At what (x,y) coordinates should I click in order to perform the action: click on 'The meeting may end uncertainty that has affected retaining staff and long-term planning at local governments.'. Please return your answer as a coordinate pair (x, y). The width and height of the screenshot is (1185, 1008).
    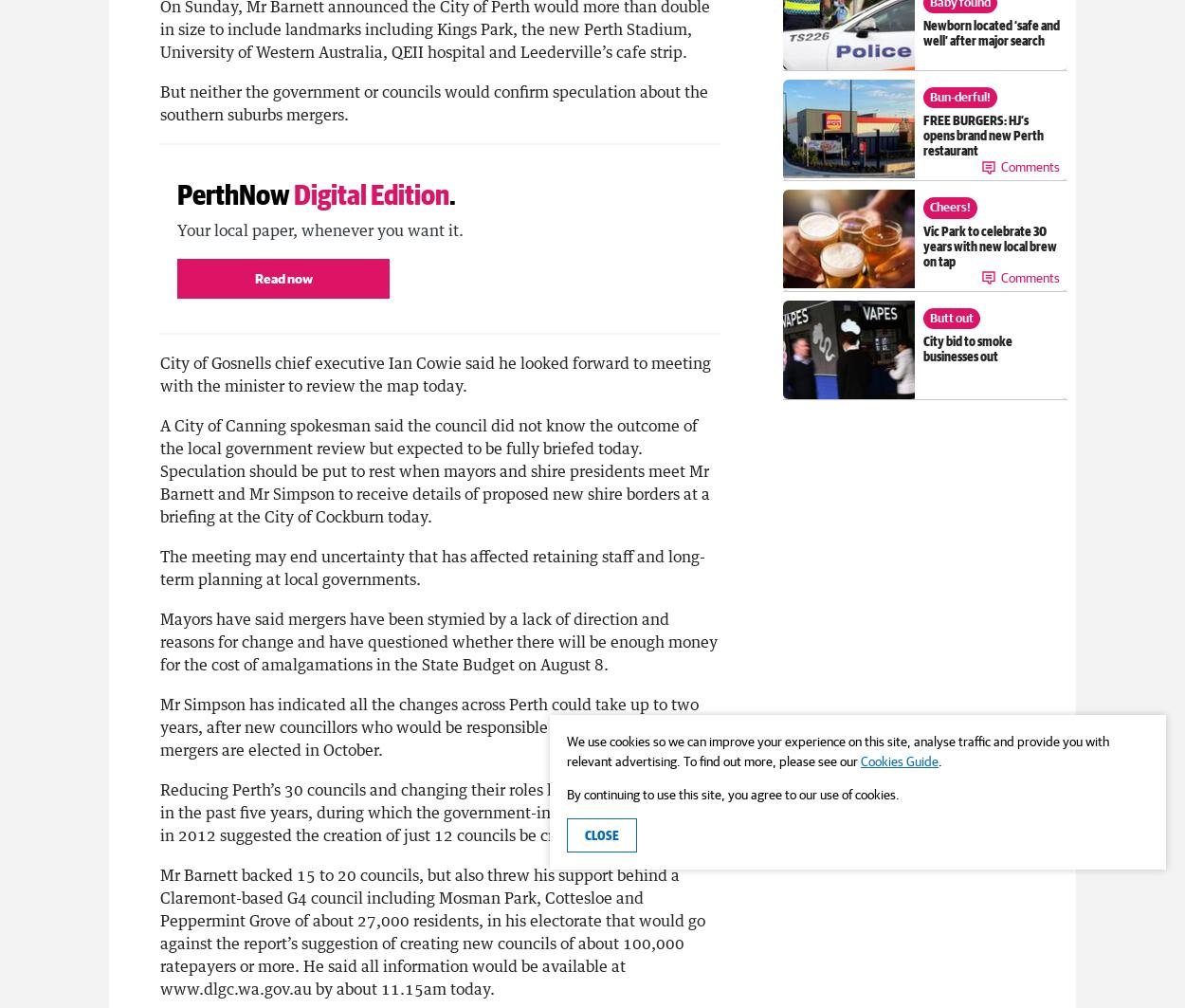
    Looking at the image, I should click on (431, 564).